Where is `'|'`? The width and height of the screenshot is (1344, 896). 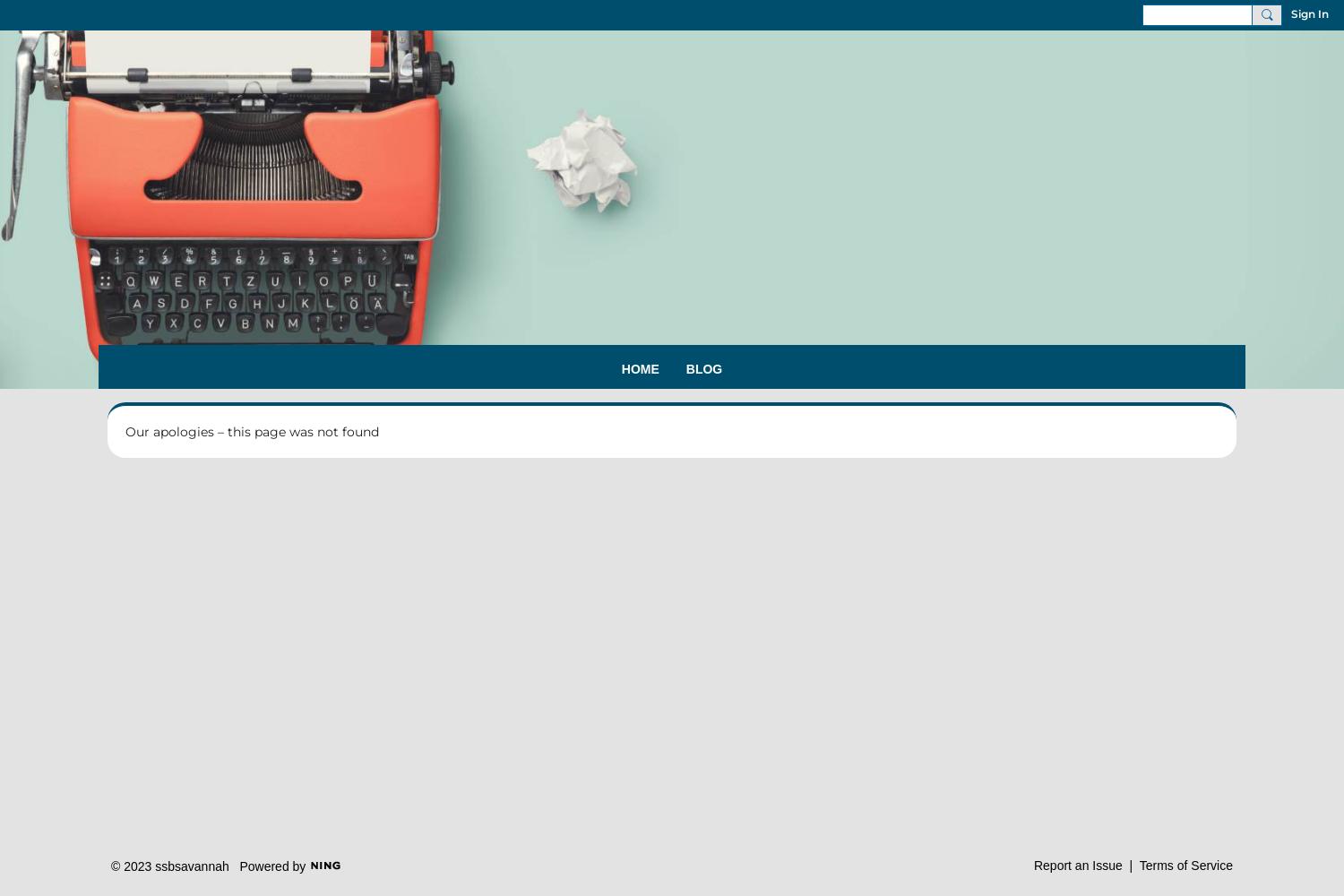
'|' is located at coordinates (1122, 864).